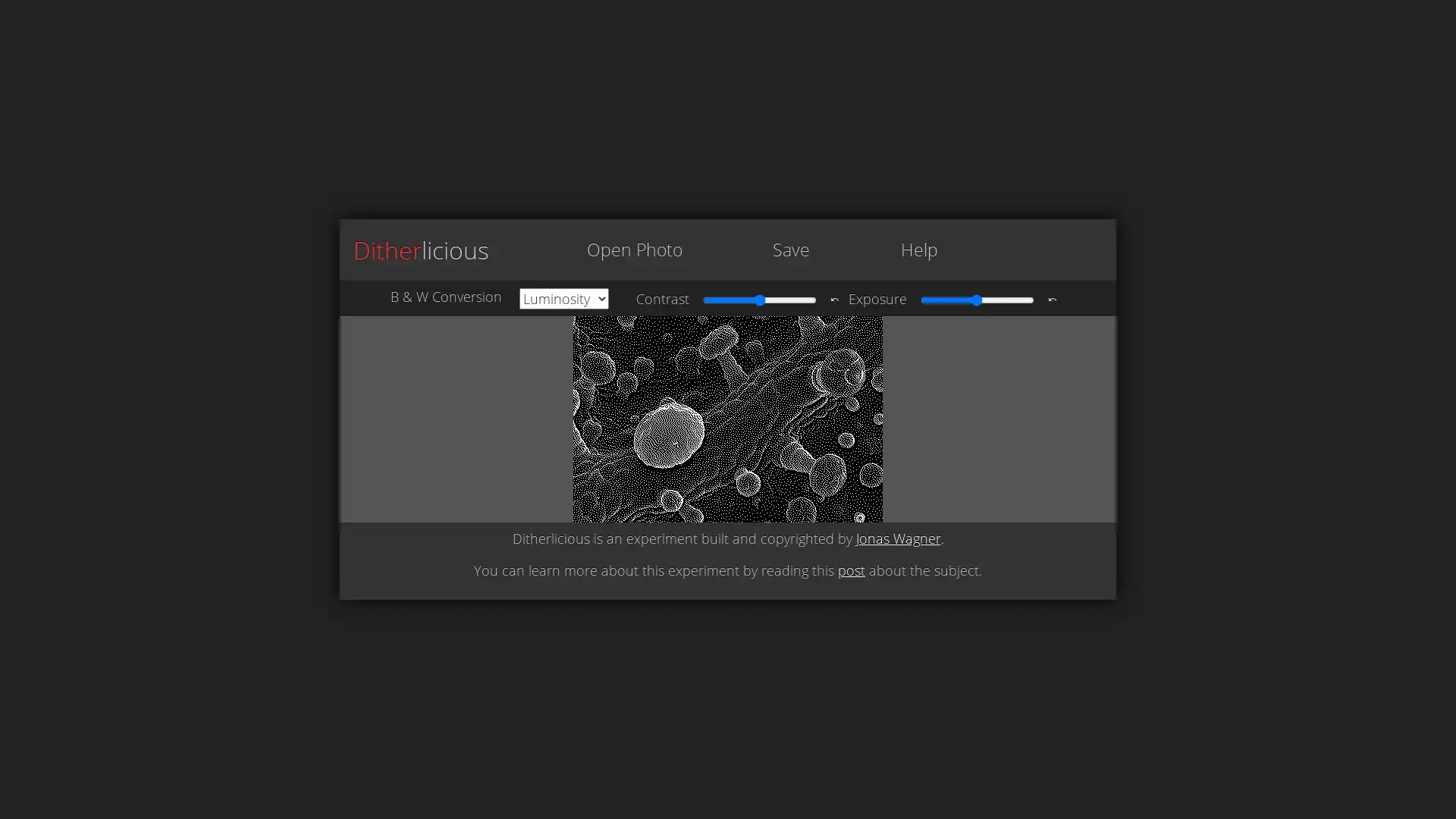  What do you see at coordinates (591, 84) in the screenshot?
I see `Choose File` at bounding box center [591, 84].